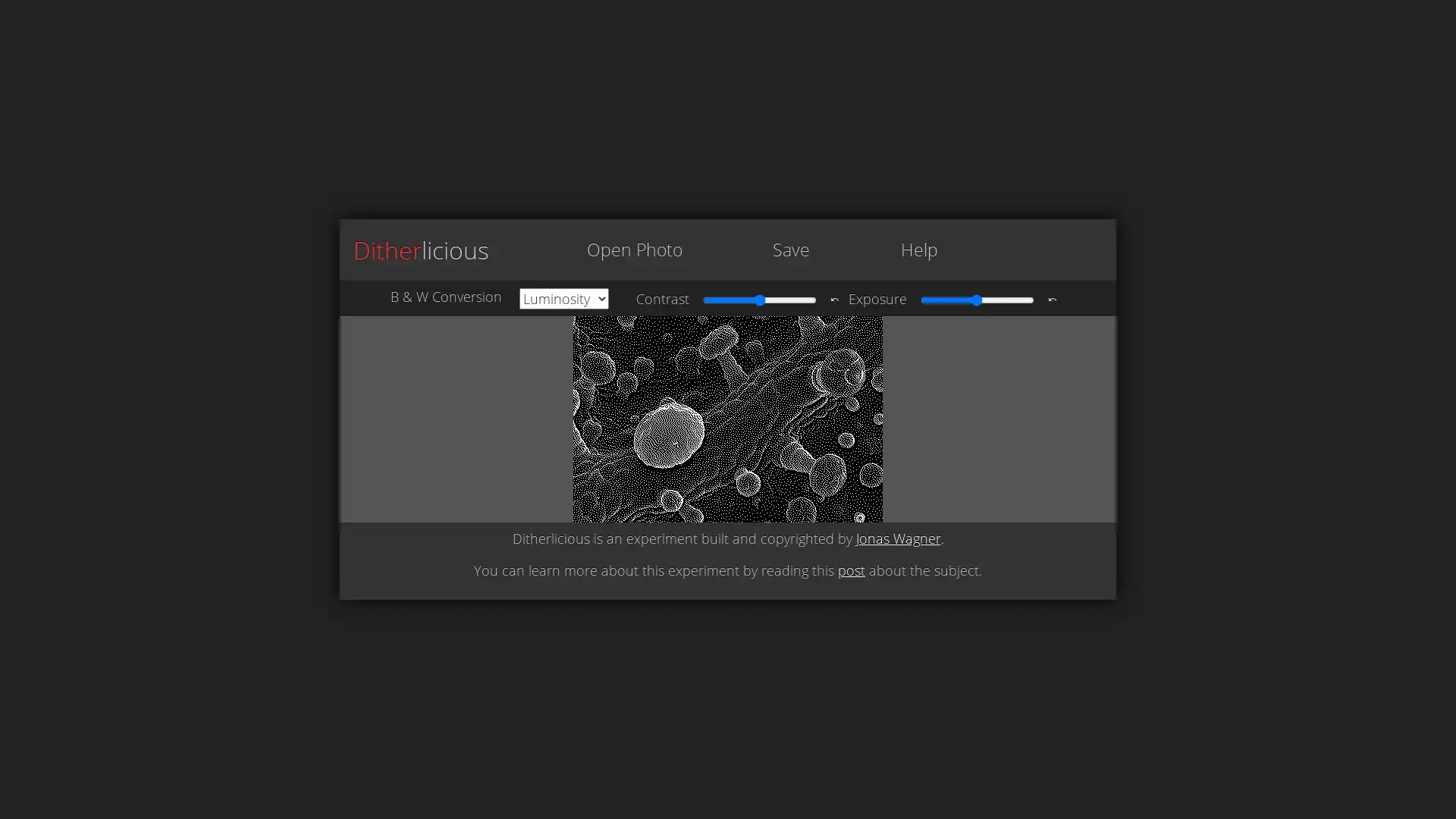  What do you see at coordinates (591, 84) in the screenshot?
I see `Choose File` at bounding box center [591, 84].